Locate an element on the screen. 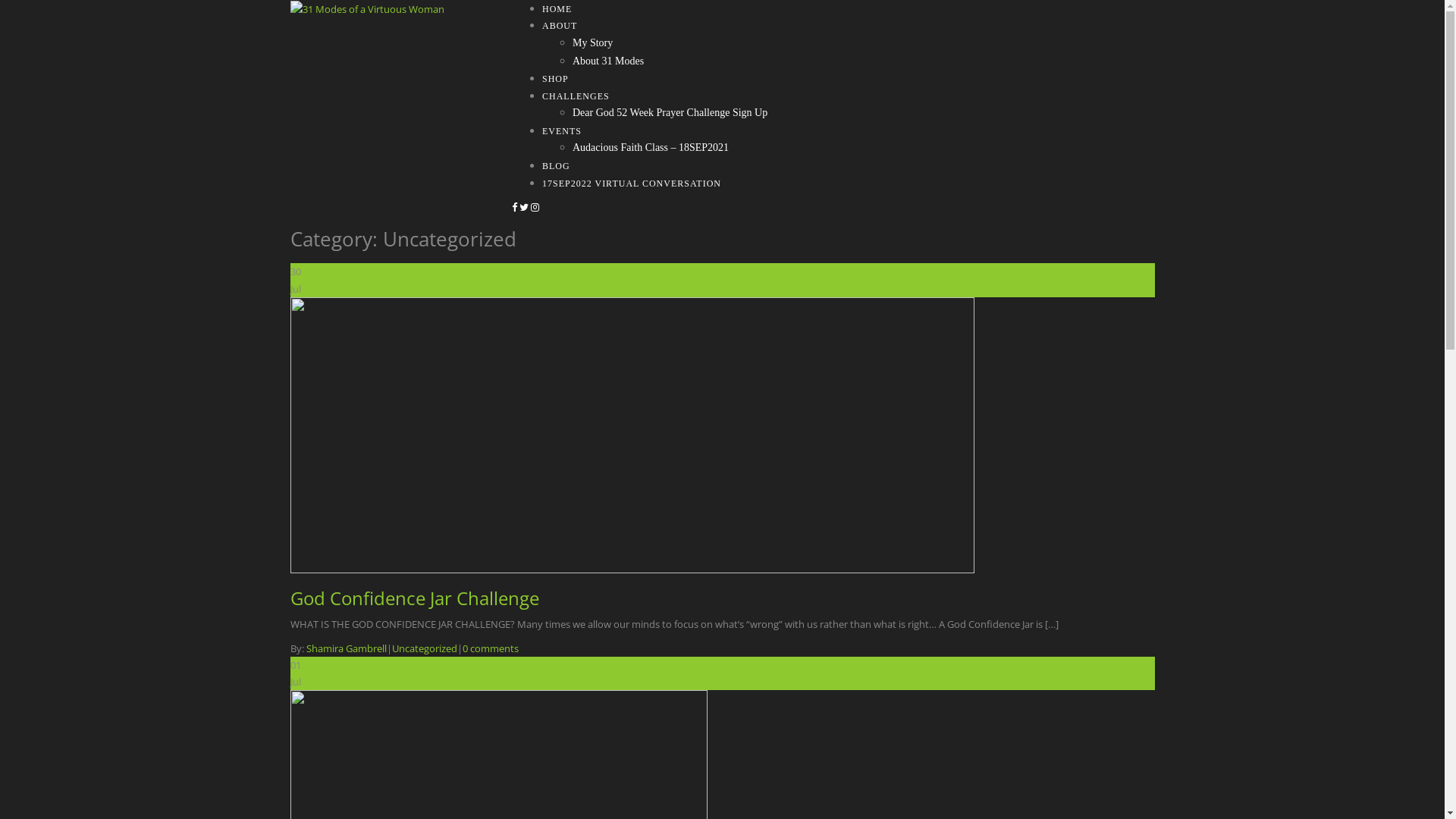  'Dear God 52 Week Prayer Challenge Sign Up' is located at coordinates (669, 111).